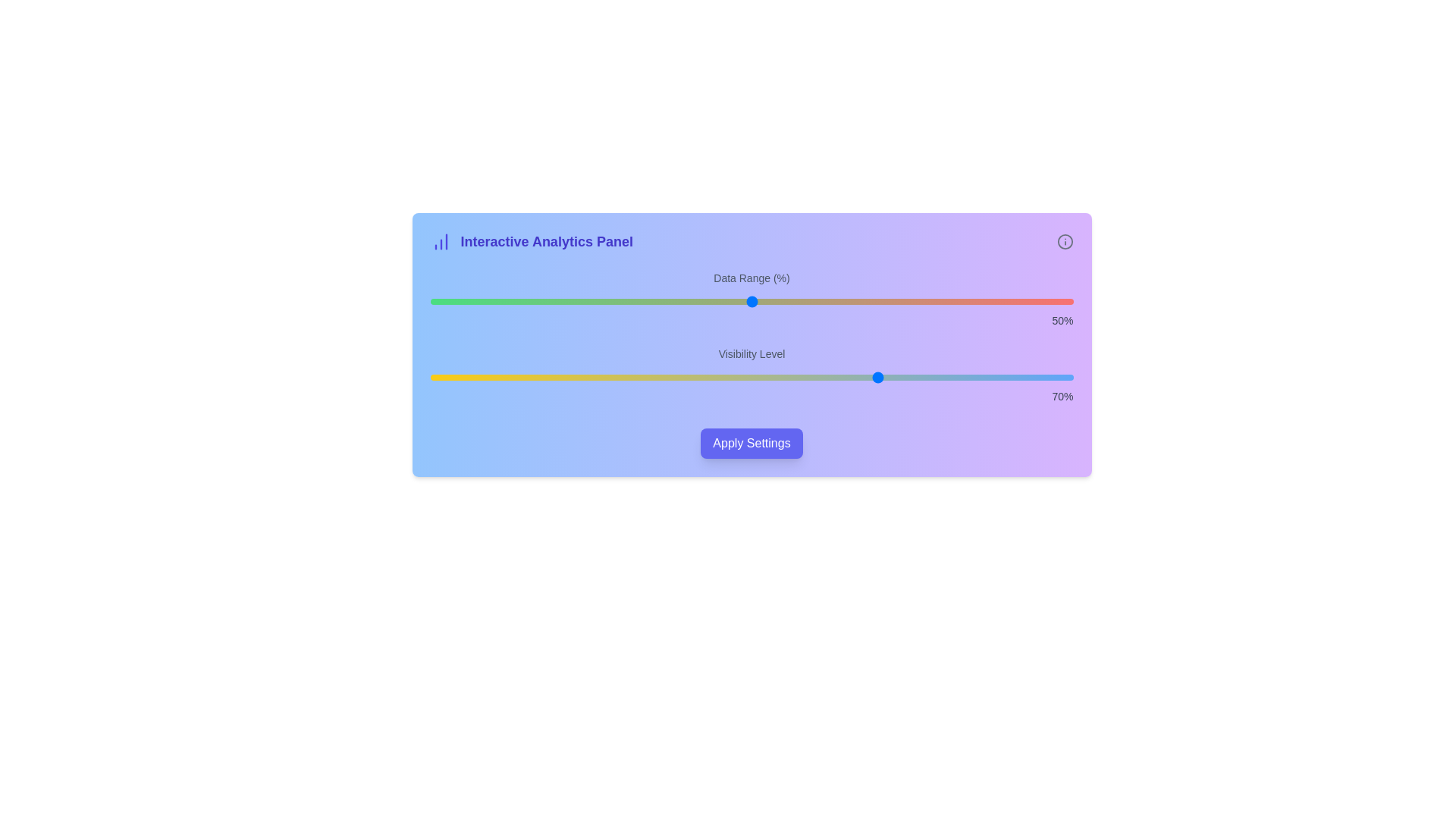 The height and width of the screenshot is (819, 1456). Describe the element at coordinates (847, 301) in the screenshot. I see `the Data Range slider to 65%` at that location.